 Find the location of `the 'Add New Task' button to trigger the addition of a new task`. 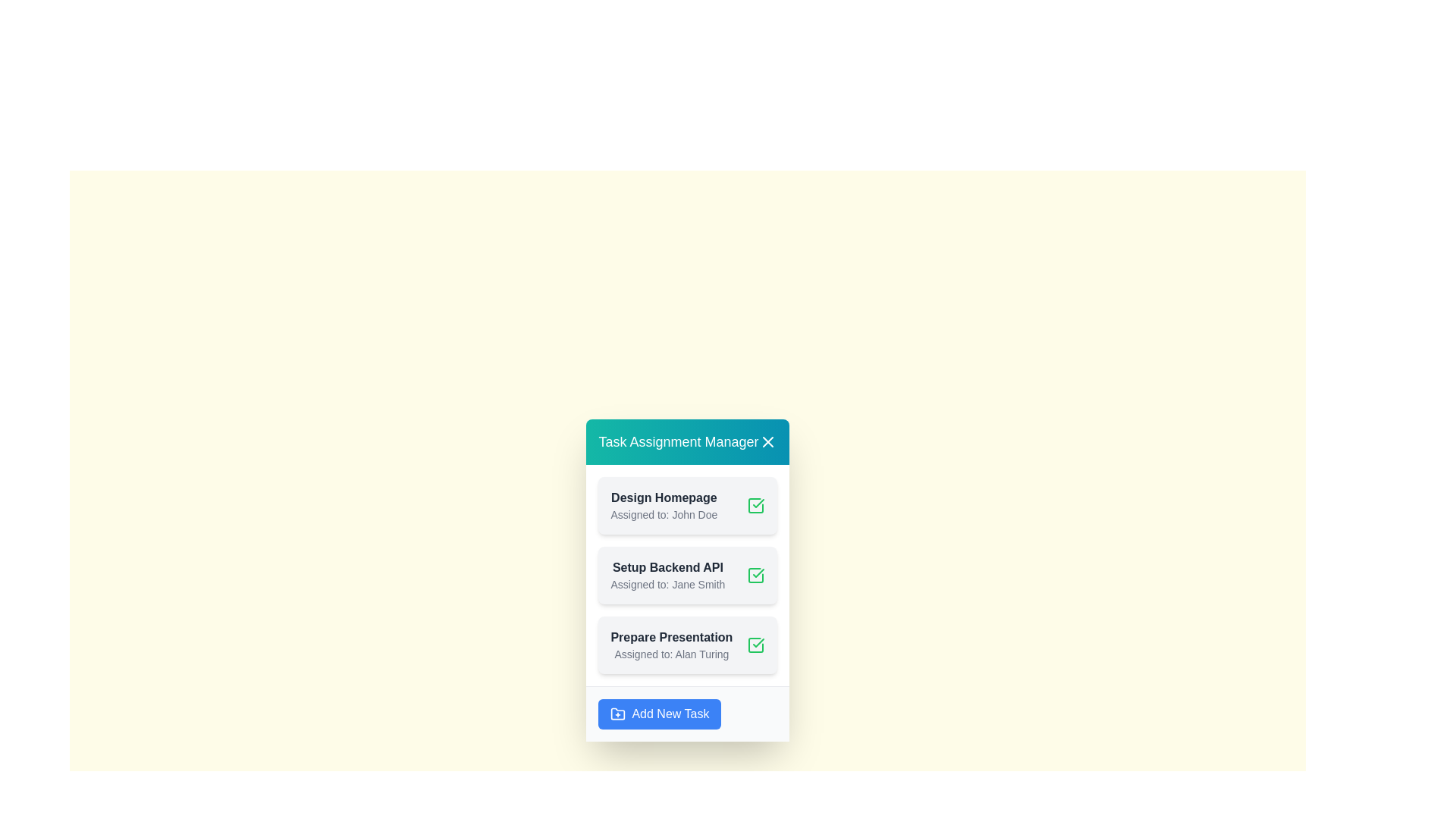

the 'Add New Task' button to trigger the addition of a new task is located at coordinates (659, 714).